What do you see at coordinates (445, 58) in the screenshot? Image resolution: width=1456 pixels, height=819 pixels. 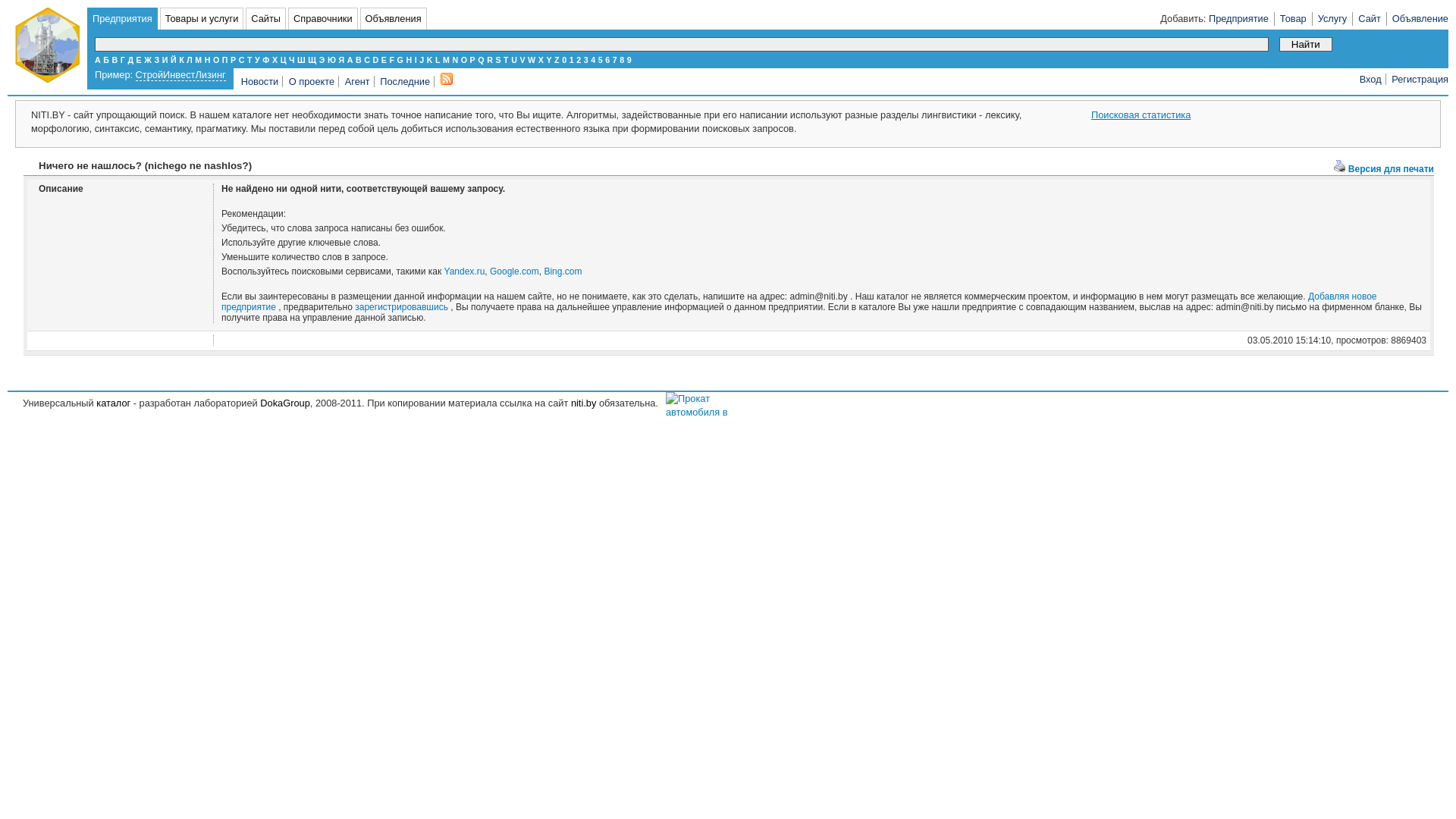 I see `'M'` at bounding box center [445, 58].